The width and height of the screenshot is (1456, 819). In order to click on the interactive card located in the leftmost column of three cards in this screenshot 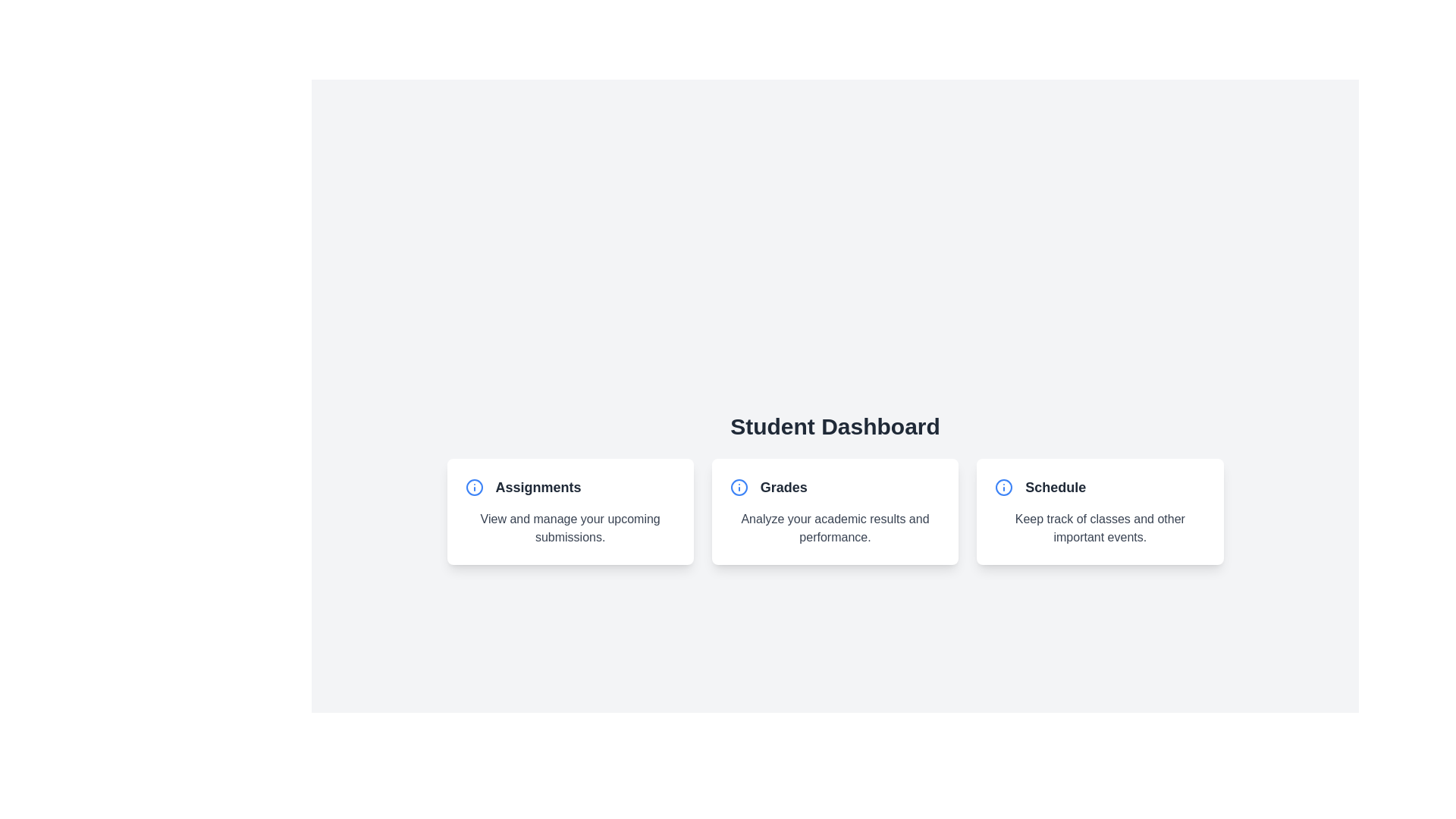, I will do `click(570, 512)`.